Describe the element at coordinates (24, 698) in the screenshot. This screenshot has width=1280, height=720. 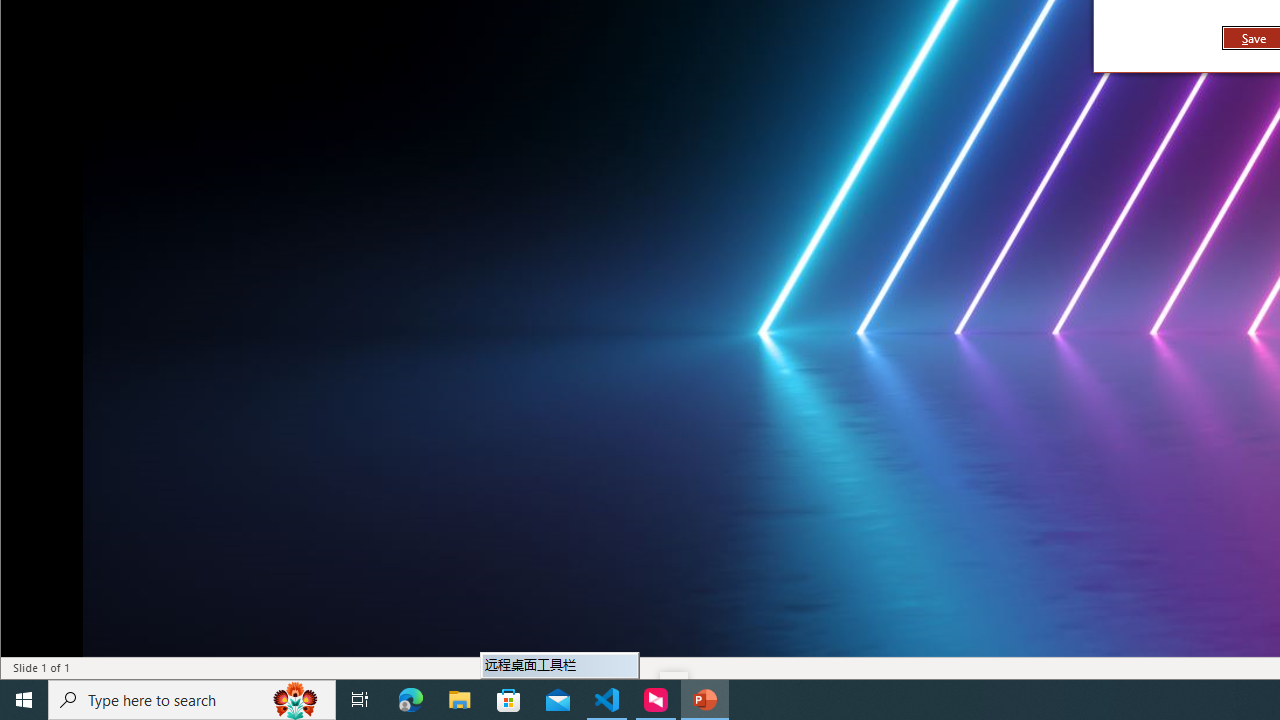
I see `'Start'` at that location.